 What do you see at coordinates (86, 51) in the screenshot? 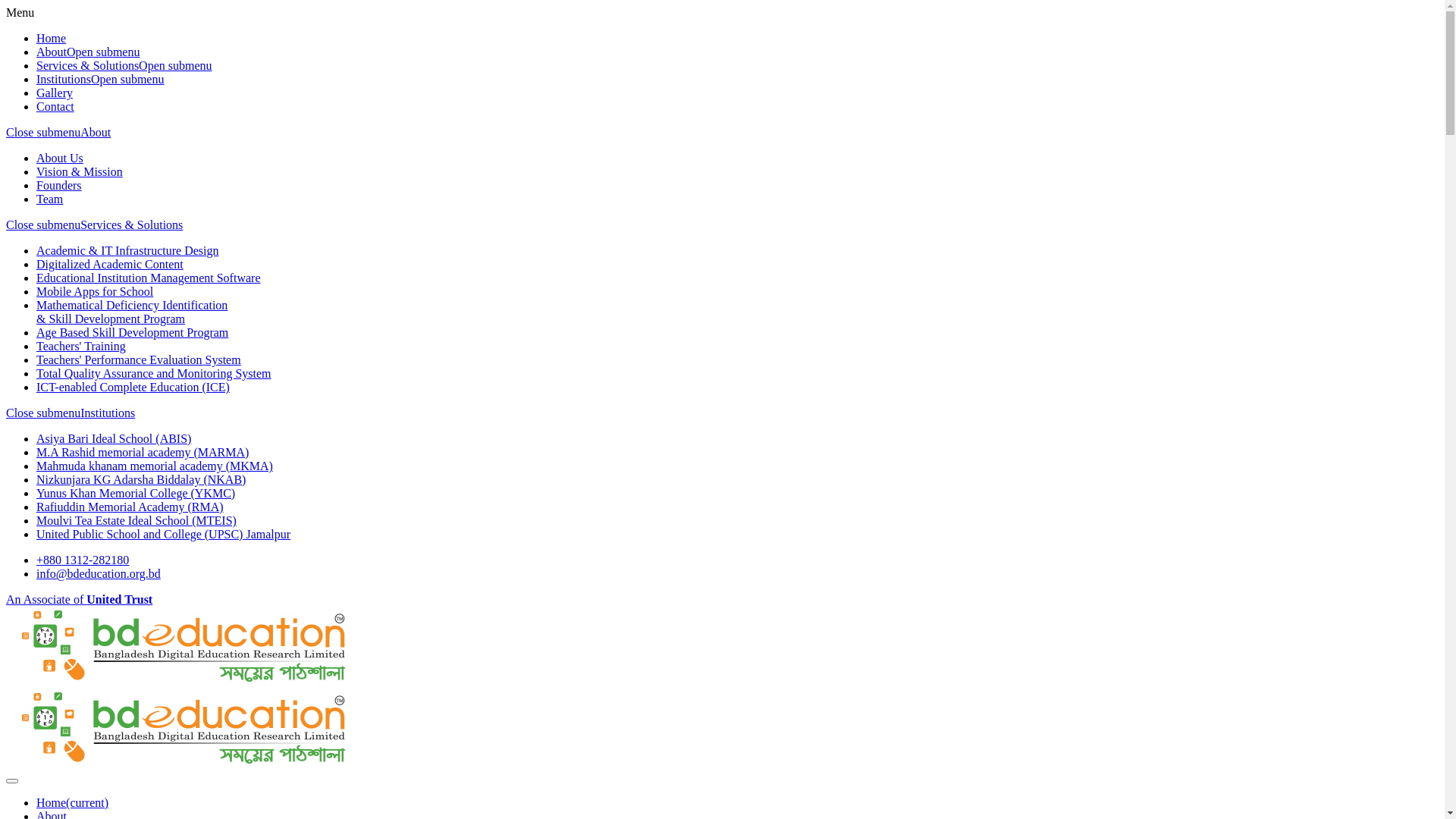
I see `'AboutOpen submenu'` at bounding box center [86, 51].